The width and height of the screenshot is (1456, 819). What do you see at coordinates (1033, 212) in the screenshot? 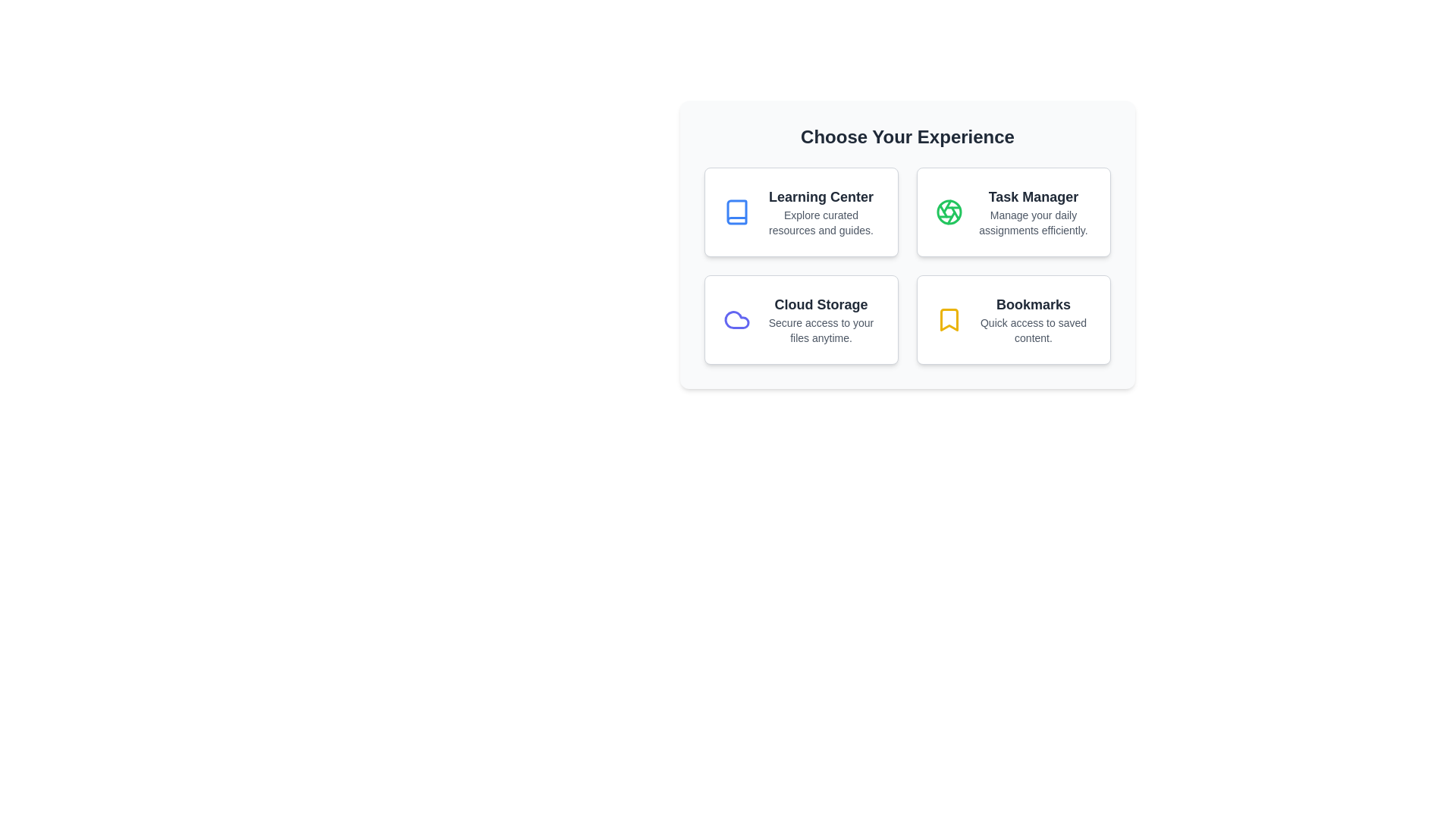
I see `text from the 'Task Manager' label located in the top-right section of the grid of options` at bounding box center [1033, 212].